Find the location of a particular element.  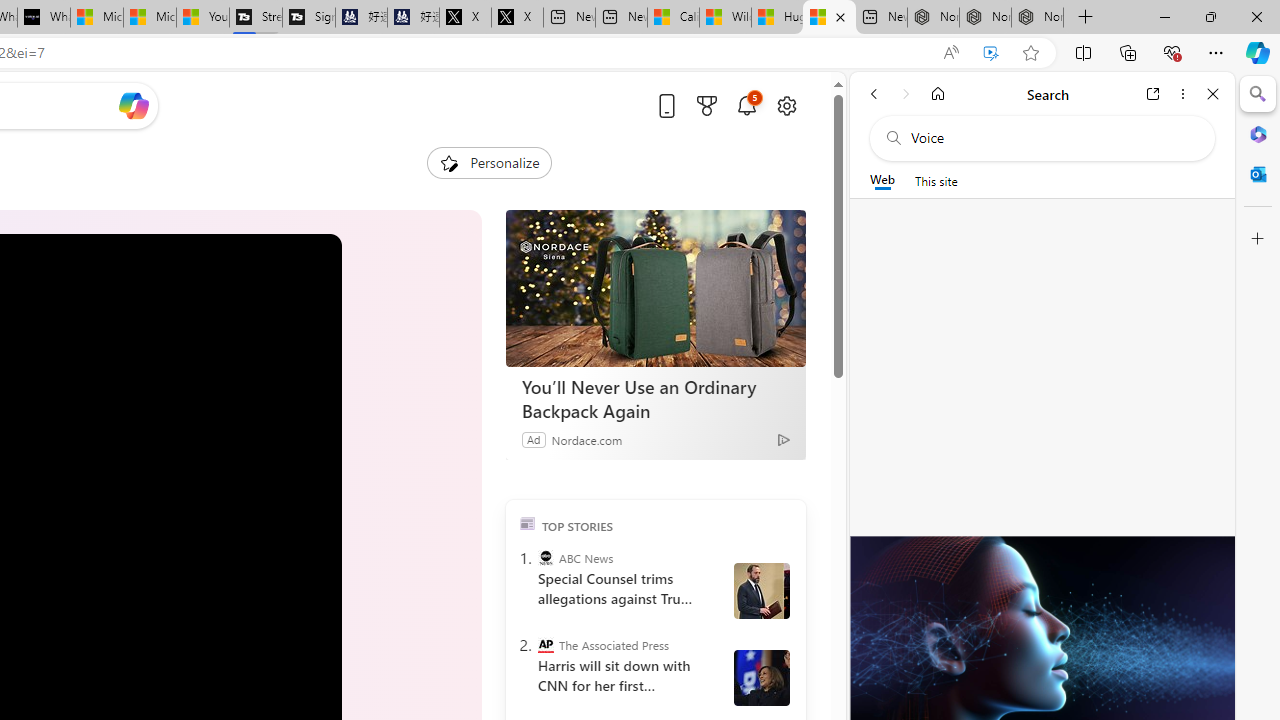

'More options' is located at coordinates (1182, 93).